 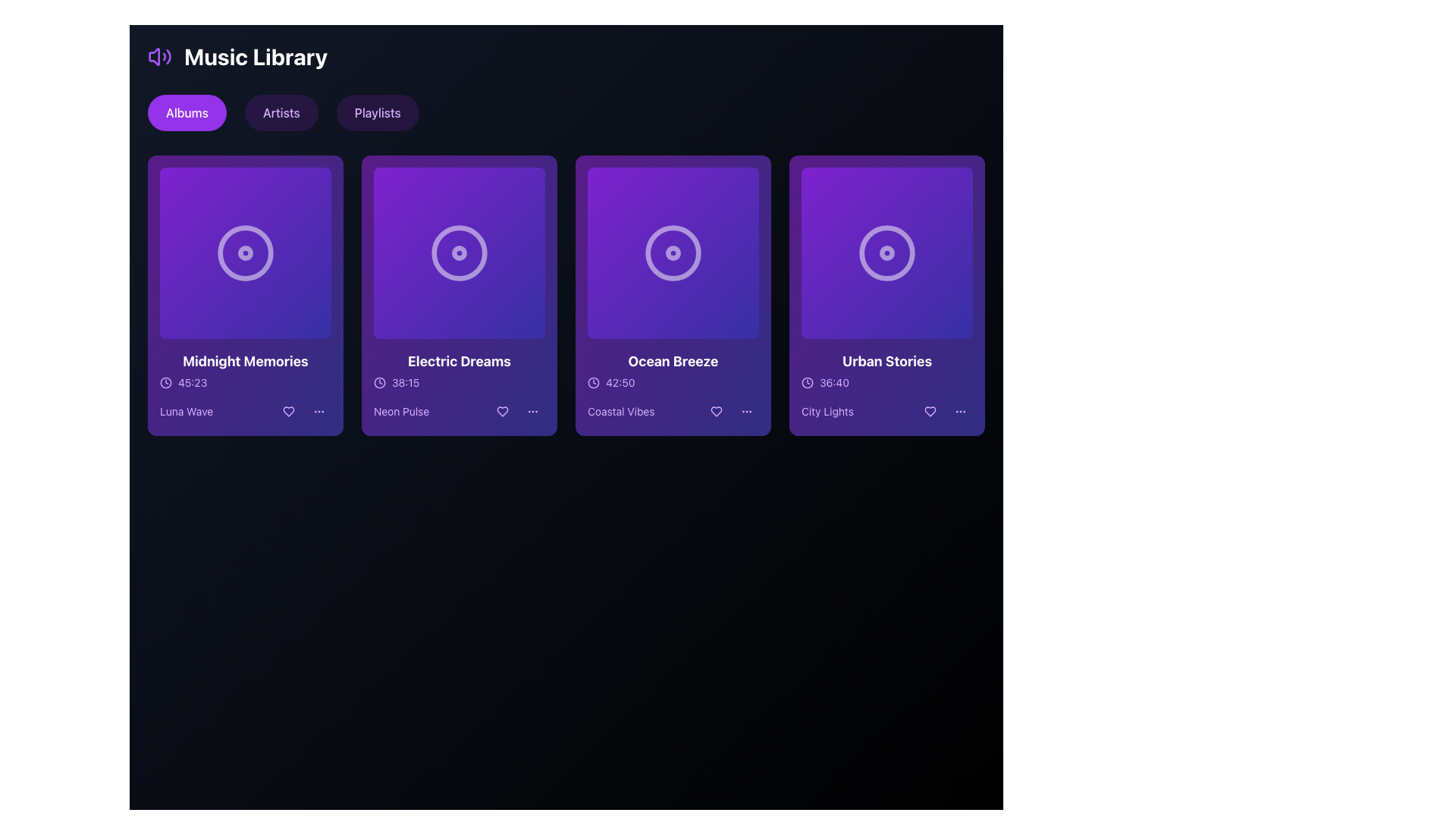 What do you see at coordinates (887, 253) in the screenshot?
I see `the decorative icon representing a disc or album, located centrally within the fourth card from the left in the row of album cards` at bounding box center [887, 253].